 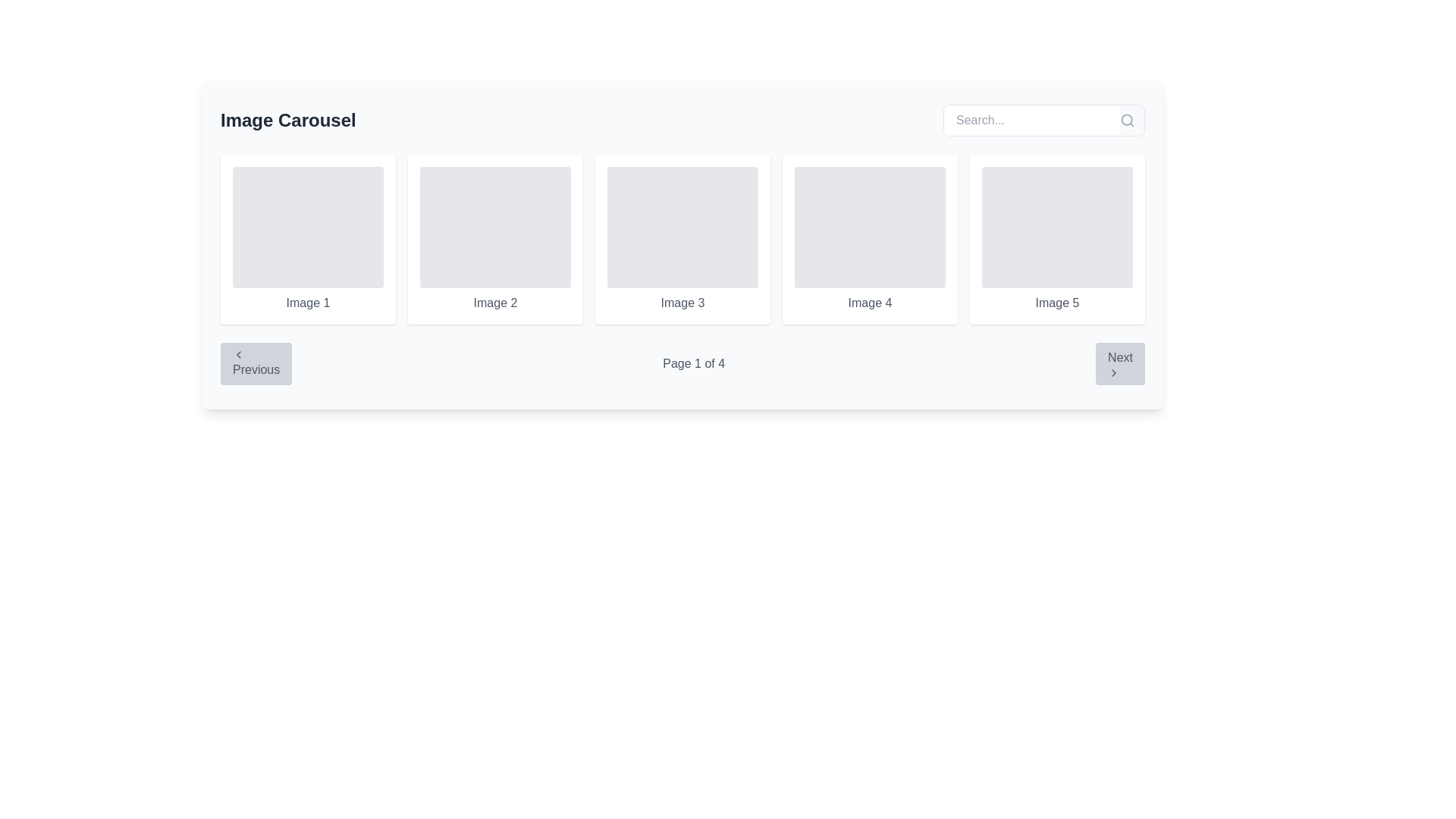 What do you see at coordinates (870, 239) in the screenshot?
I see `the Placeholder card labeled 'Image 4' in the fourth column of the grid` at bounding box center [870, 239].